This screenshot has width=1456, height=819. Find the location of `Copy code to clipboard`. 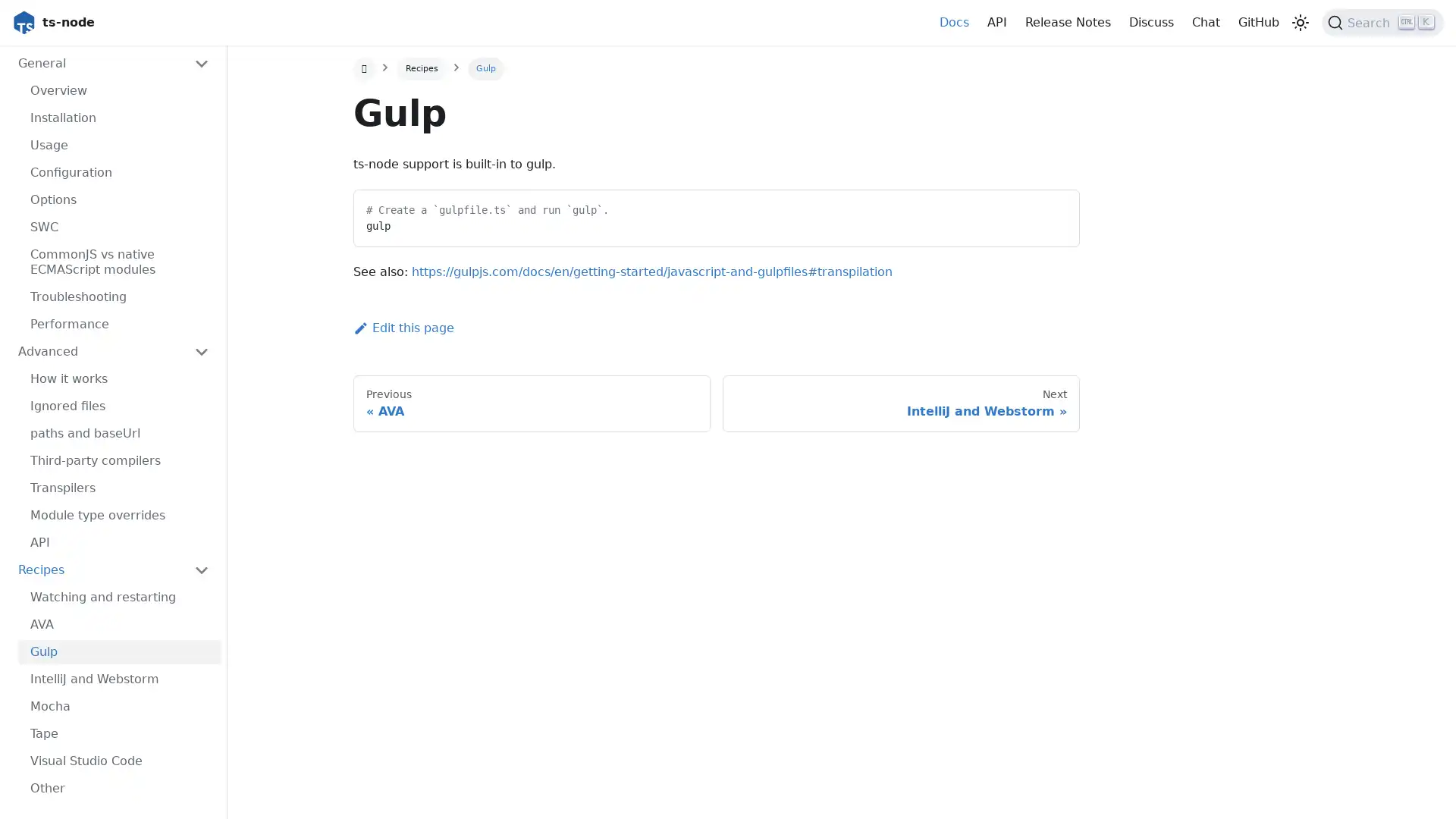

Copy code to clipboard is located at coordinates (1053, 207).